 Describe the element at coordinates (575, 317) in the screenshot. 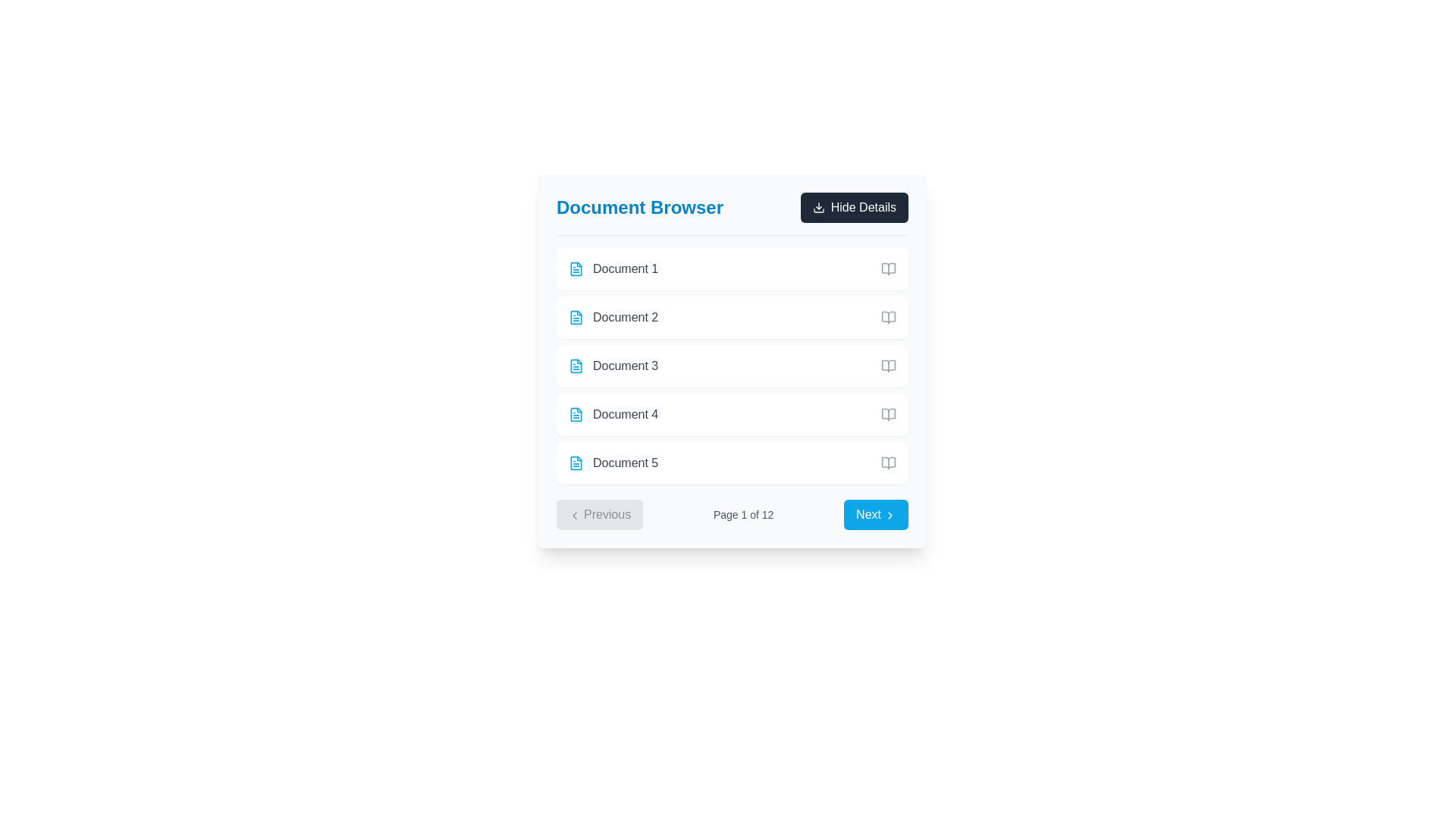

I see `the small light blue document icon with a text-like pattern, located to the left of the 'Document 2' text in the Document Browser list` at that location.